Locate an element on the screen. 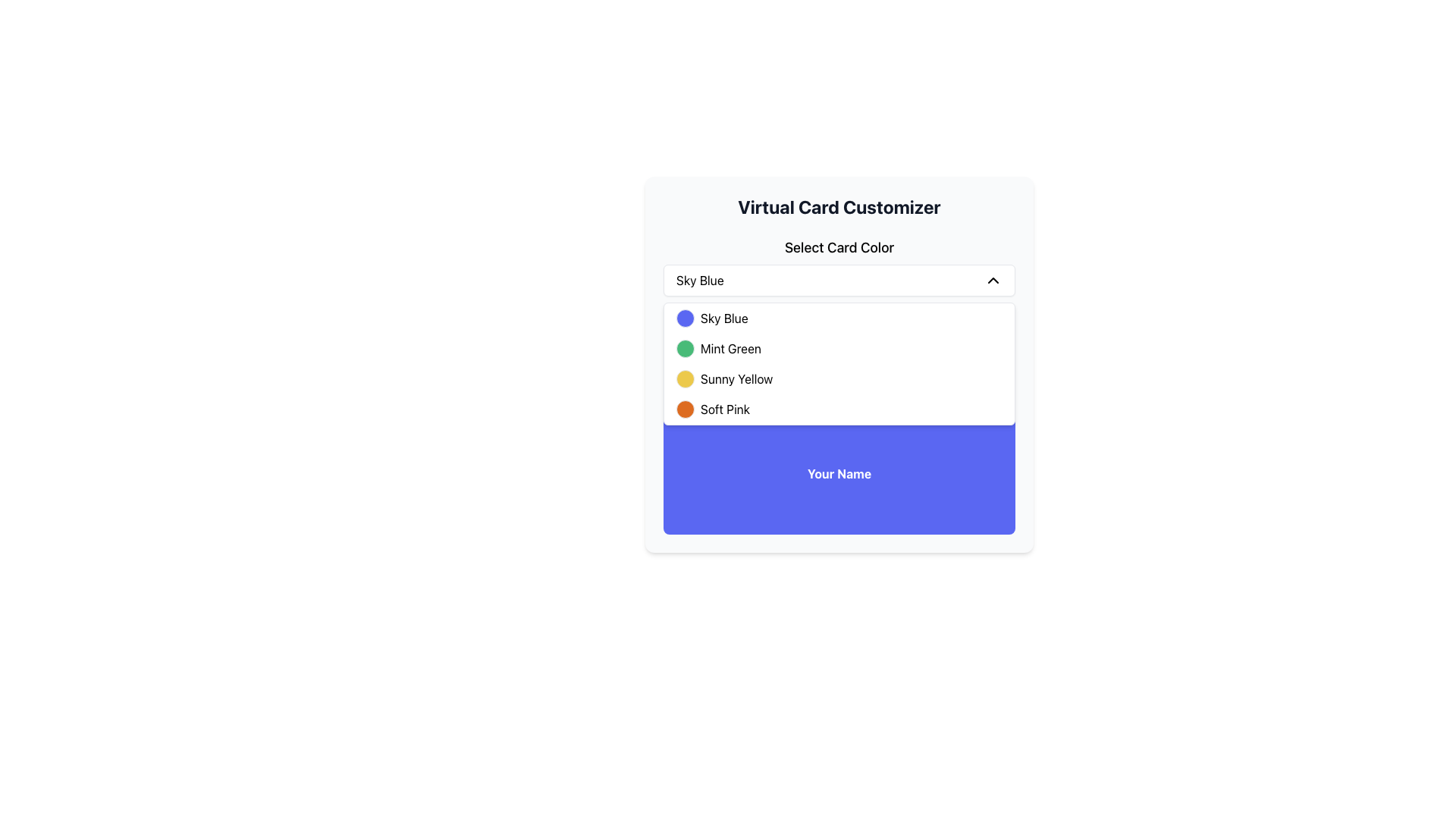  the 'Soft Pink' text label is located at coordinates (724, 409).